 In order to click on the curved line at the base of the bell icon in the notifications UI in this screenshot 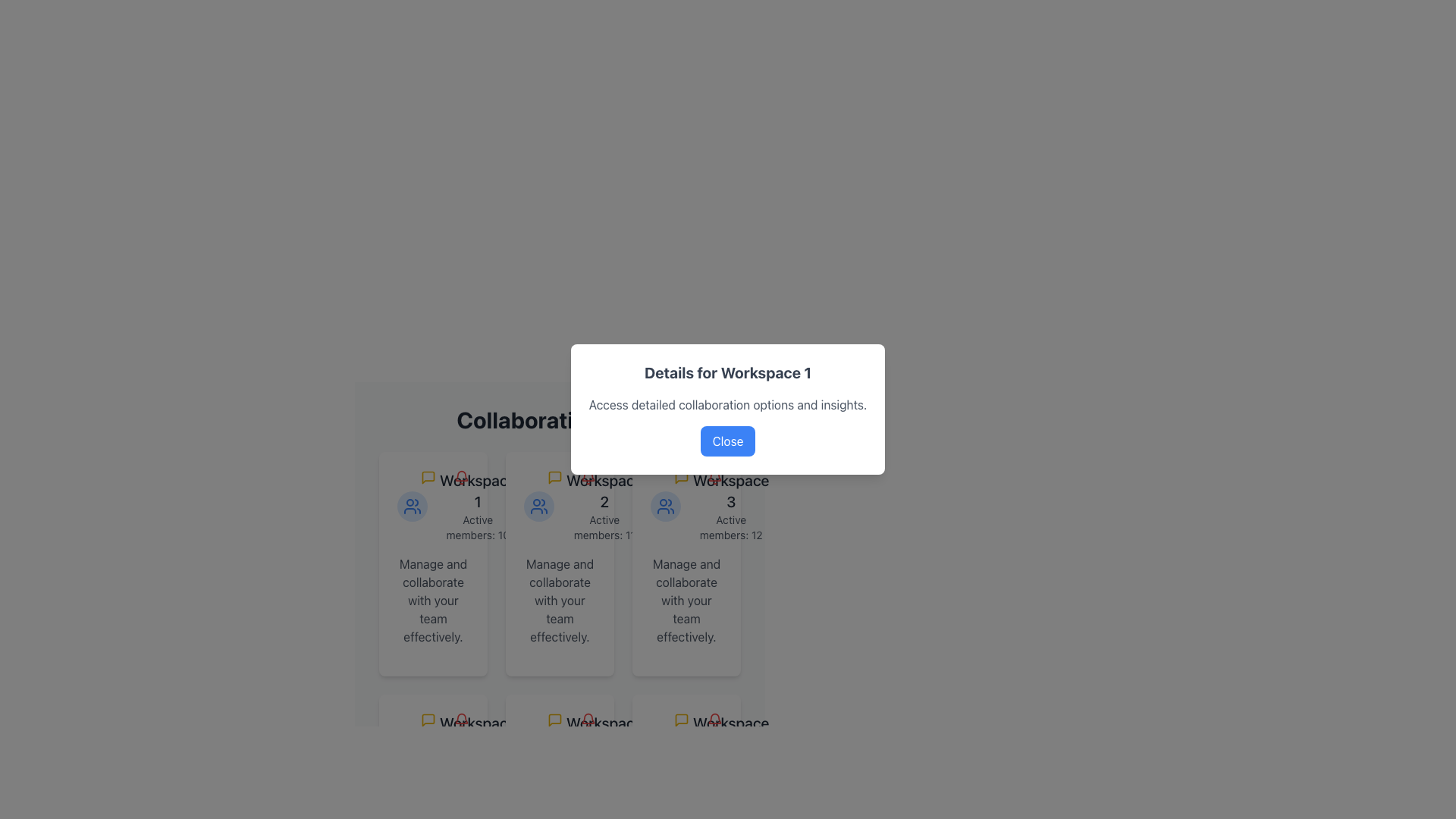, I will do `click(714, 475)`.